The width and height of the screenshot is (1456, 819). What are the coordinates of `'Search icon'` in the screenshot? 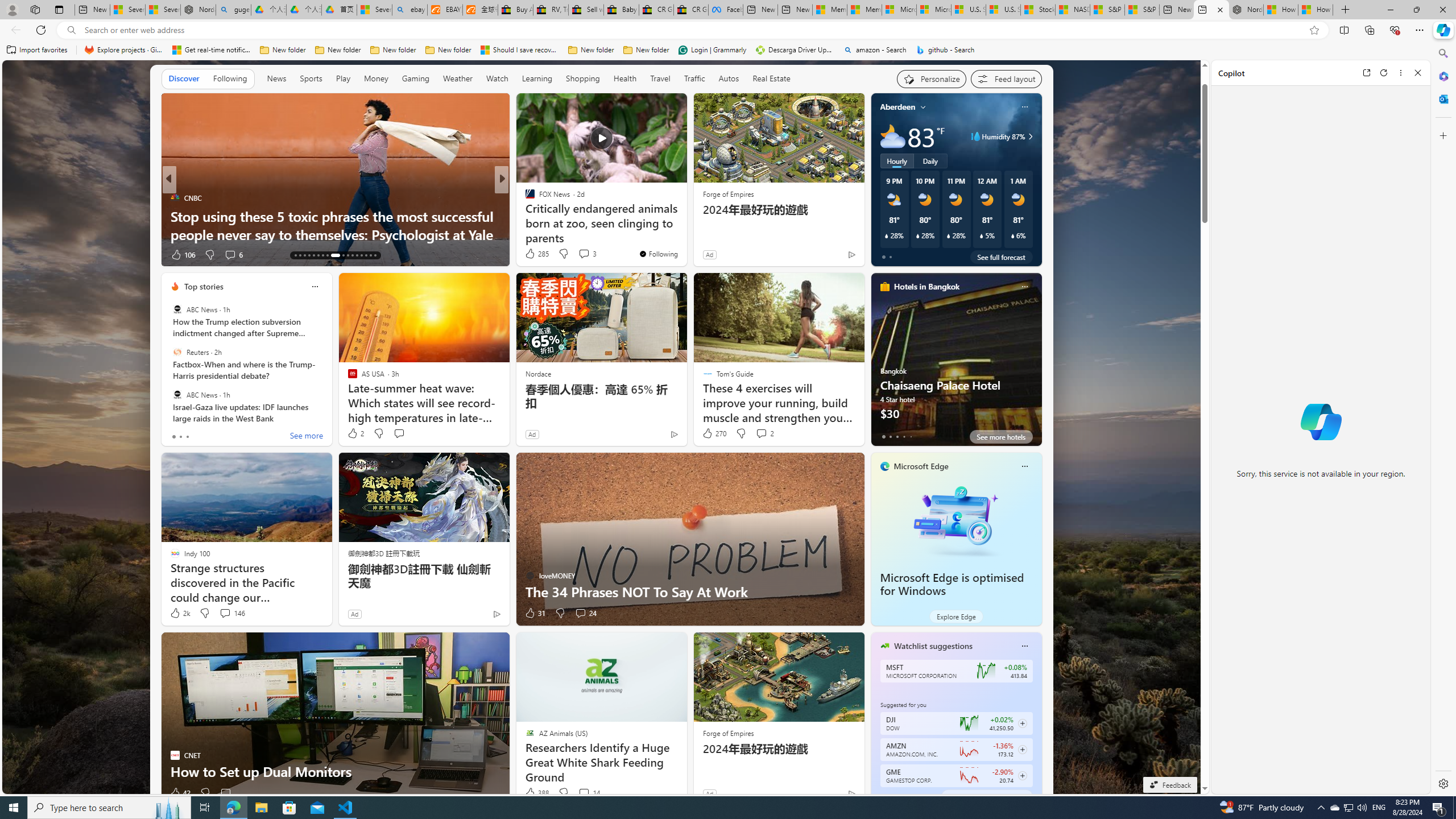 It's located at (71, 30).